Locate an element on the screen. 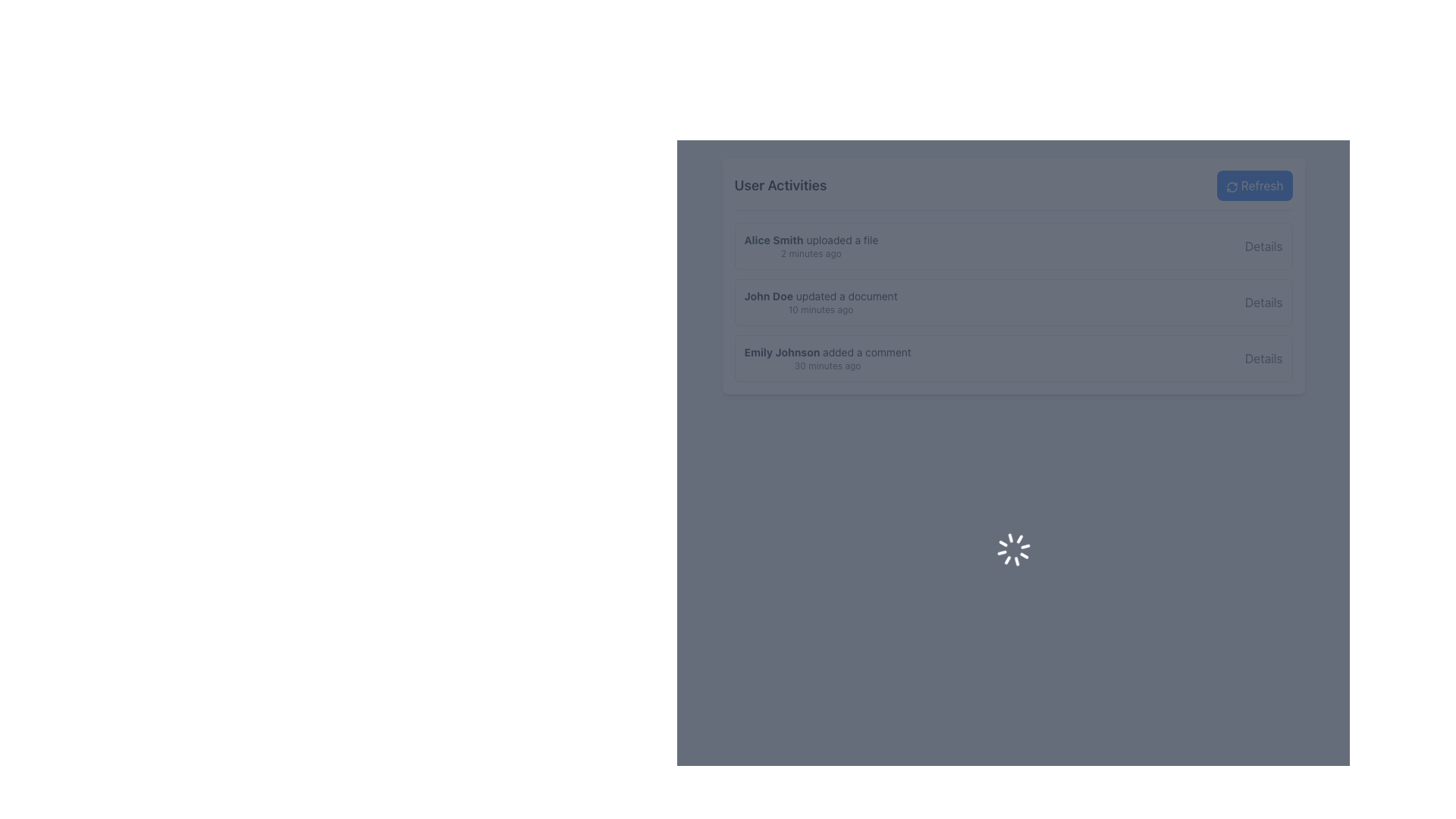 This screenshot has height=819, width=1456. the 'Details' text link on the right side of the notification entry for Alice Smith is located at coordinates (1263, 245).